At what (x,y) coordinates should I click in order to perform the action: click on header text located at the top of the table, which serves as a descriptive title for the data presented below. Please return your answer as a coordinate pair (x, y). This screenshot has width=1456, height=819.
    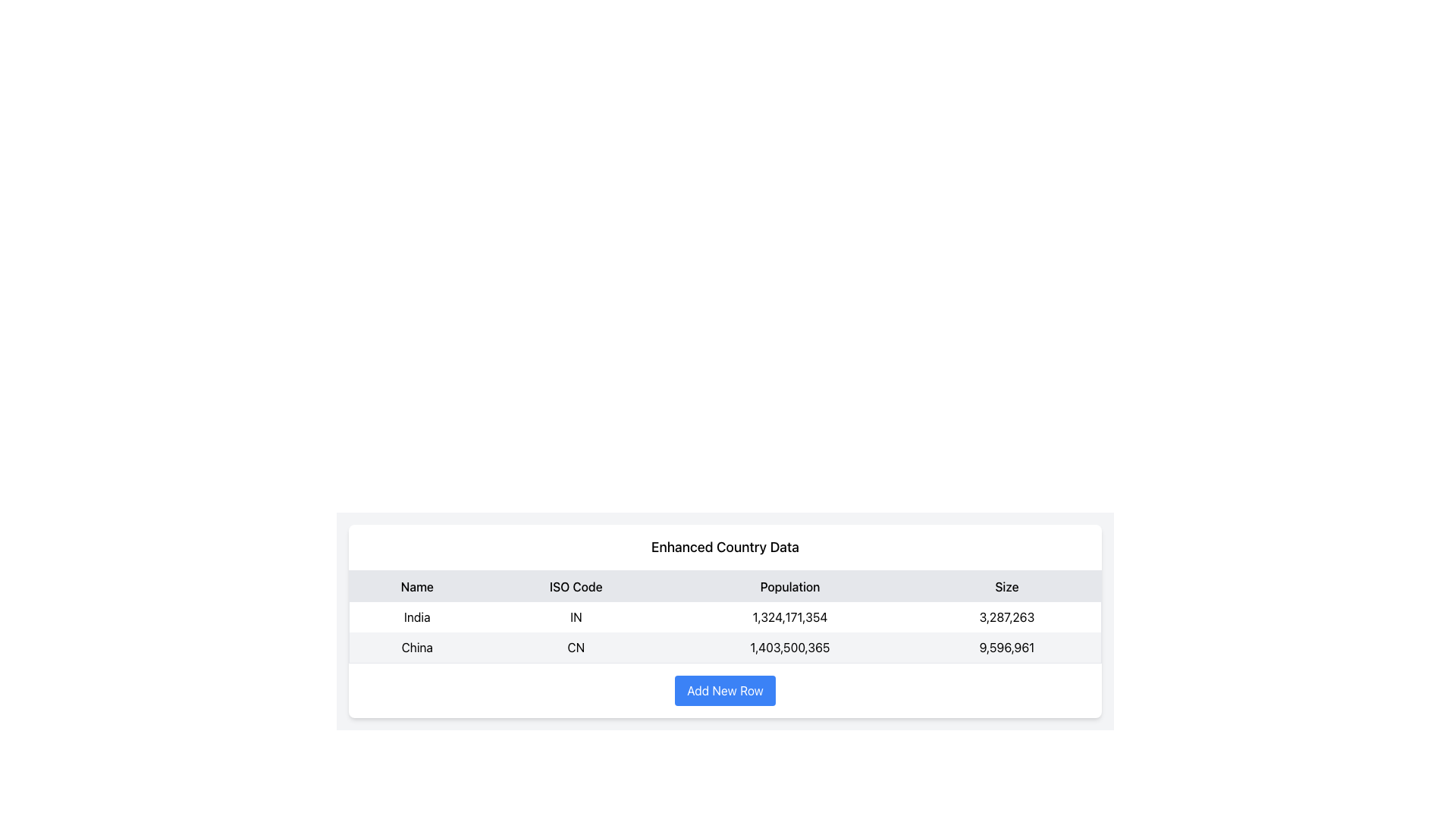
    Looking at the image, I should click on (724, 548).